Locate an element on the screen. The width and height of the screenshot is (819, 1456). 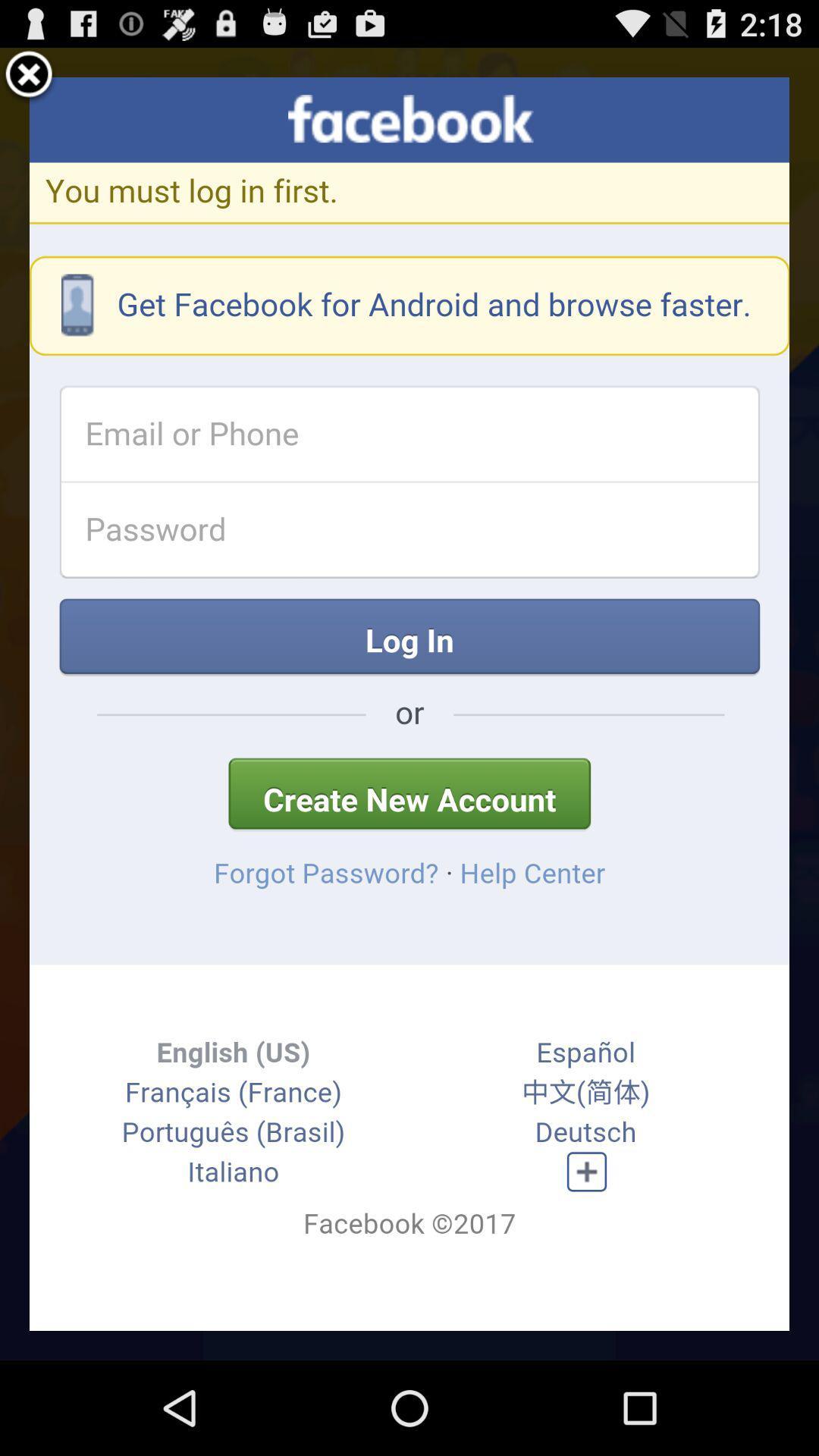
button is located at coordinates (29, 76).